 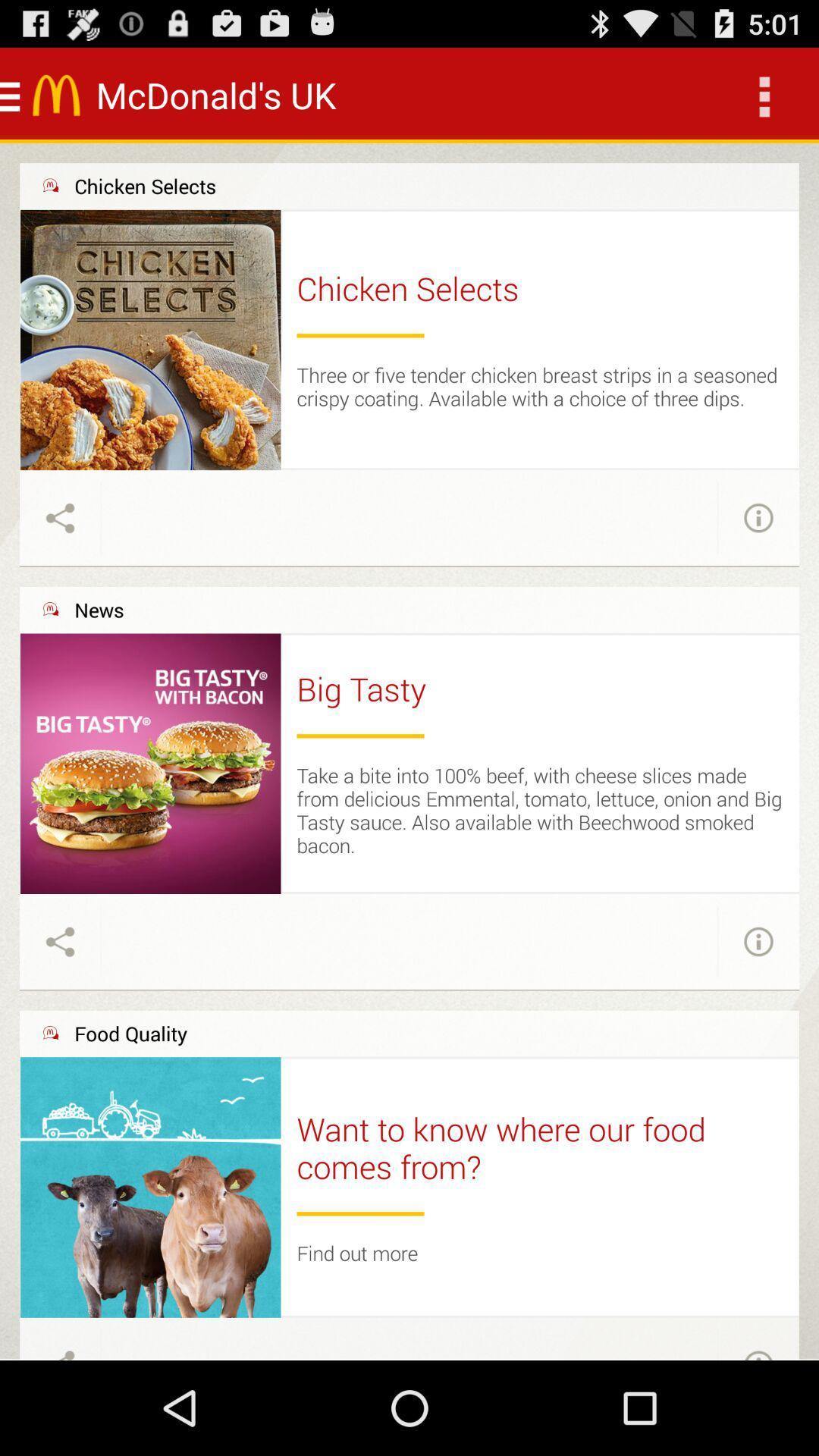 I want to click on the icon above find out more, so click(x=360, y=1213).